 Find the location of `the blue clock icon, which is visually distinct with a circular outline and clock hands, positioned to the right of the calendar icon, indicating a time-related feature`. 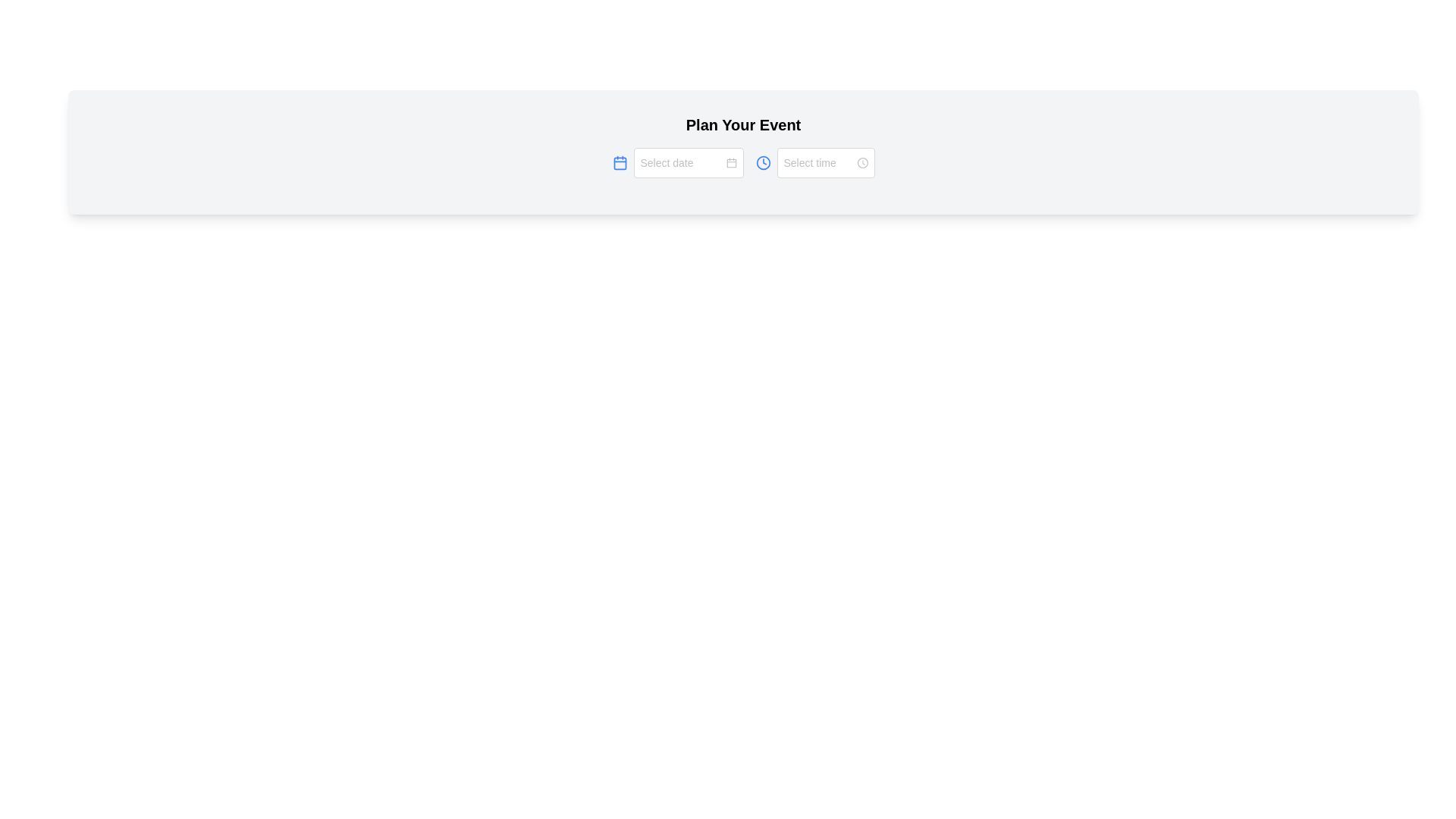

the blue clock icon, which is visually distinct with a circular outline and clock hands, positioned to the right of the calendar icon, indicating a time-related feature is located at coordinates (763, 163).